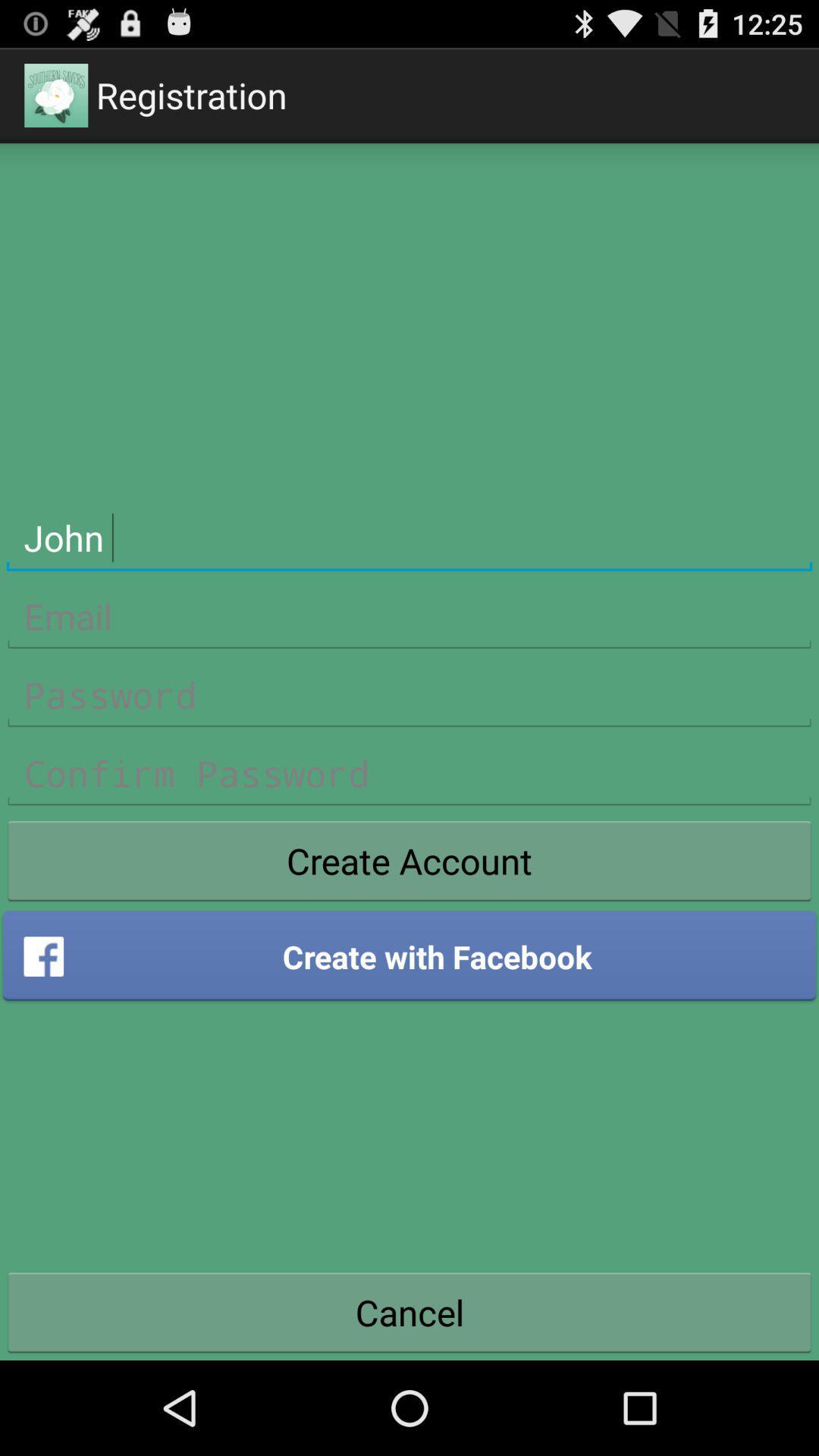 This screenshot has height=1456, width=819. I want to click on confirm password in registration form, so click(409, 773).